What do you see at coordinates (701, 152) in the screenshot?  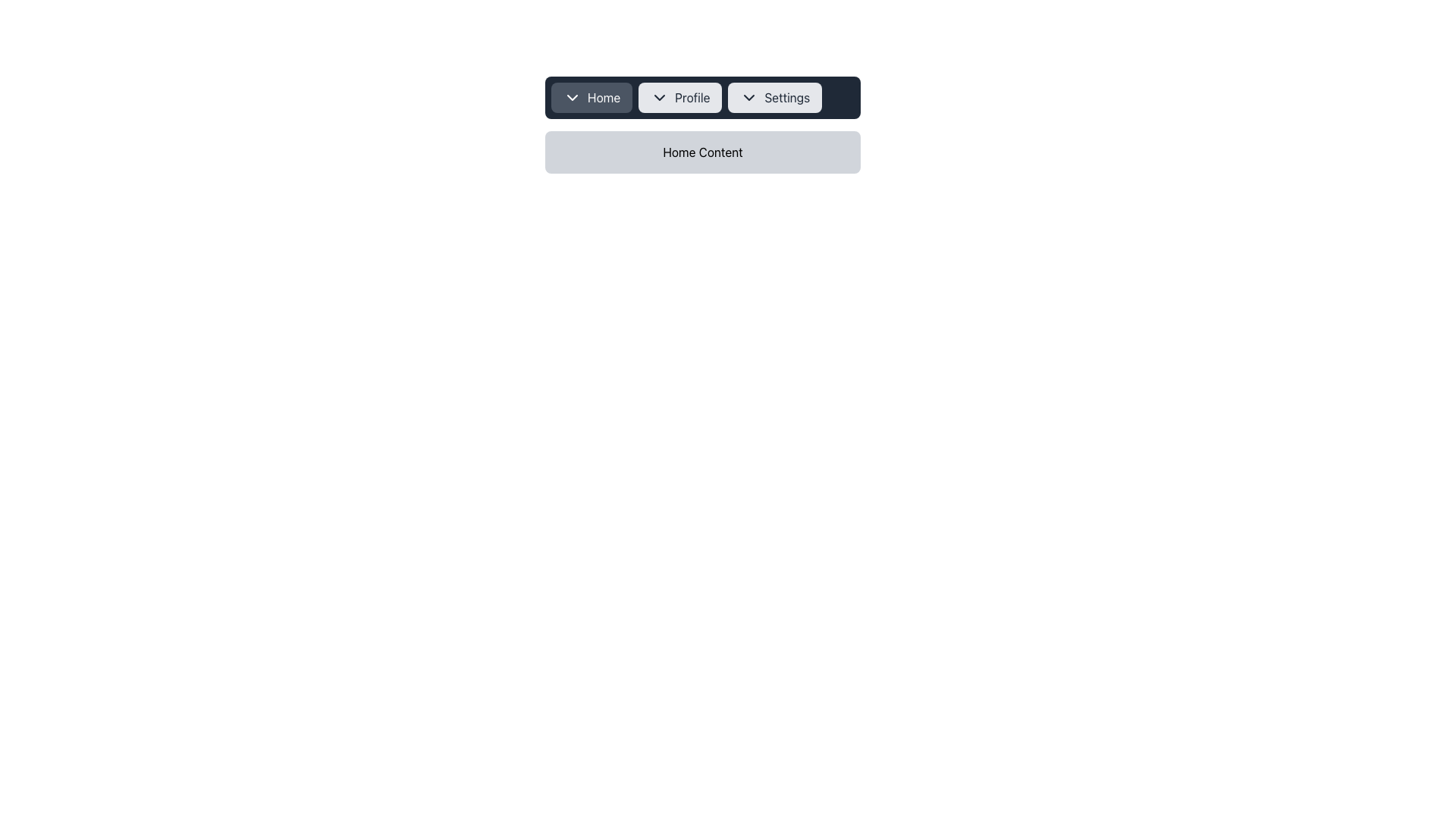 I see `the static text label with the text 'Home Content', which is styled with a gray background and is located beneath the navigation bar` at bounding box center [701, 152].